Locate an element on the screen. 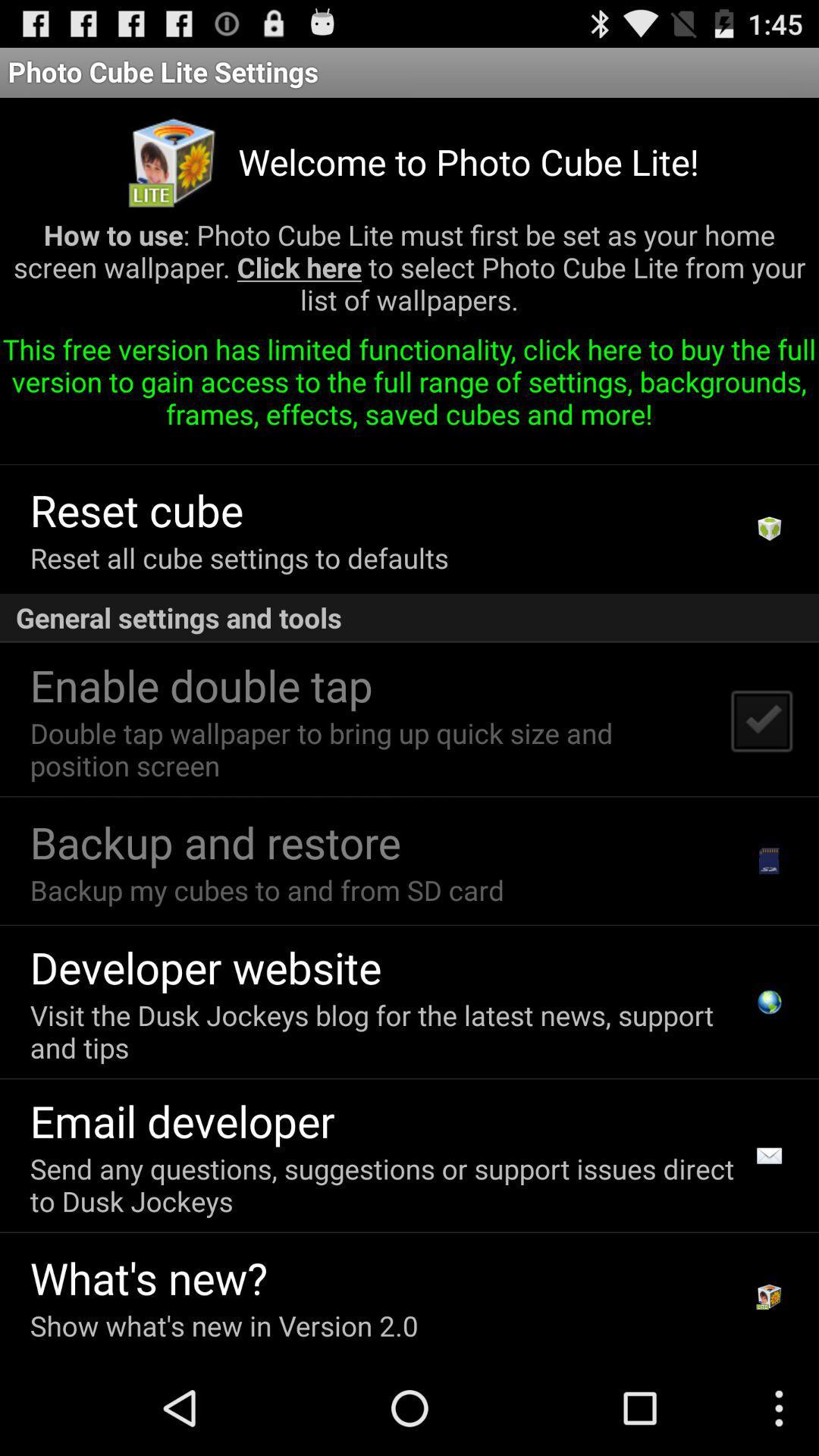  icon below the general settings and is located at coordinates (761, 719).